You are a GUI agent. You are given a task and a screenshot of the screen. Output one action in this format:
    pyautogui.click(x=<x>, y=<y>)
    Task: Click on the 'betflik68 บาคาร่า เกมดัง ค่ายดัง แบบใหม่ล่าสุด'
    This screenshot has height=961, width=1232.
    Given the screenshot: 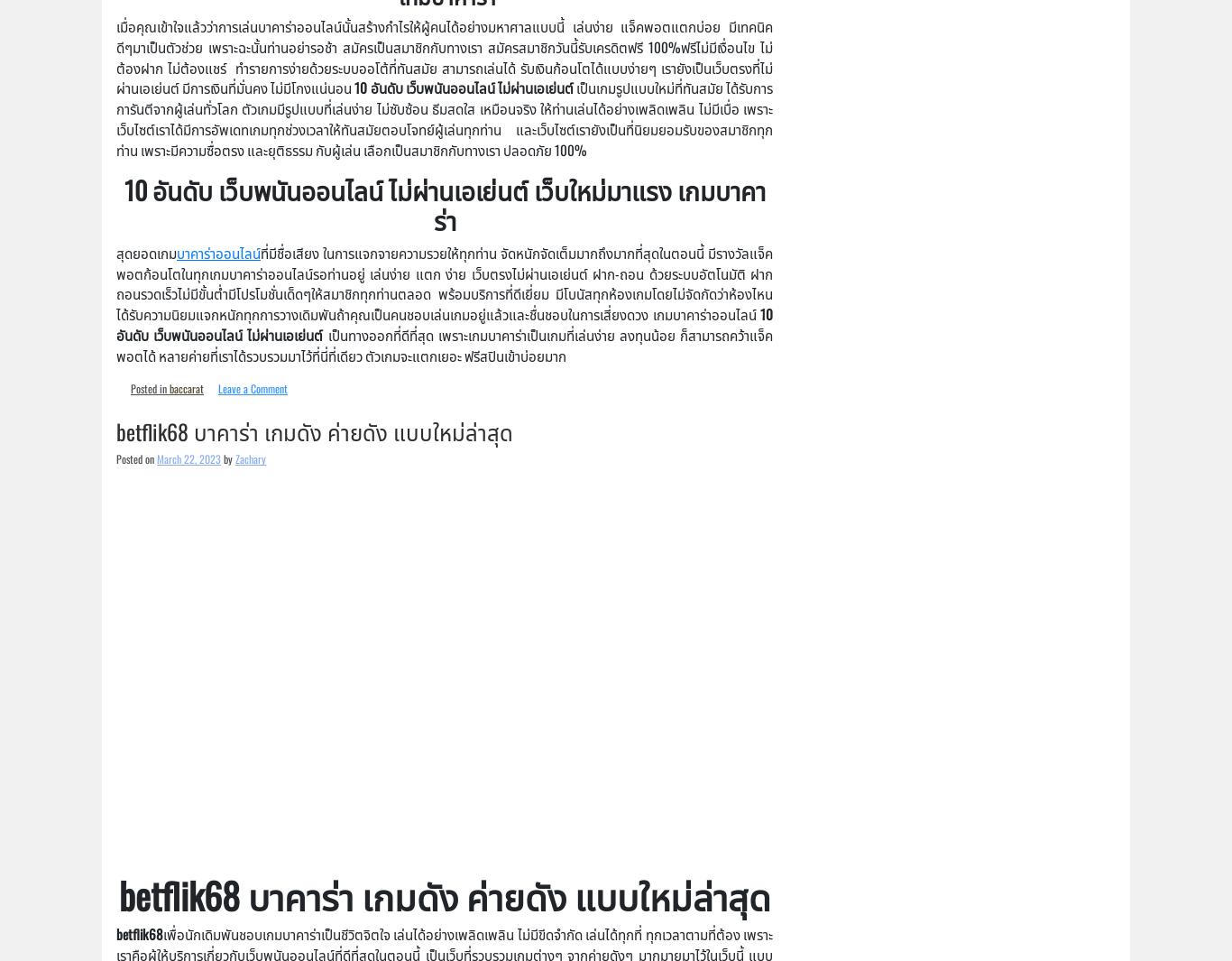 What is the action you would take?
    pyautogui.click(x=314, y=430)
    